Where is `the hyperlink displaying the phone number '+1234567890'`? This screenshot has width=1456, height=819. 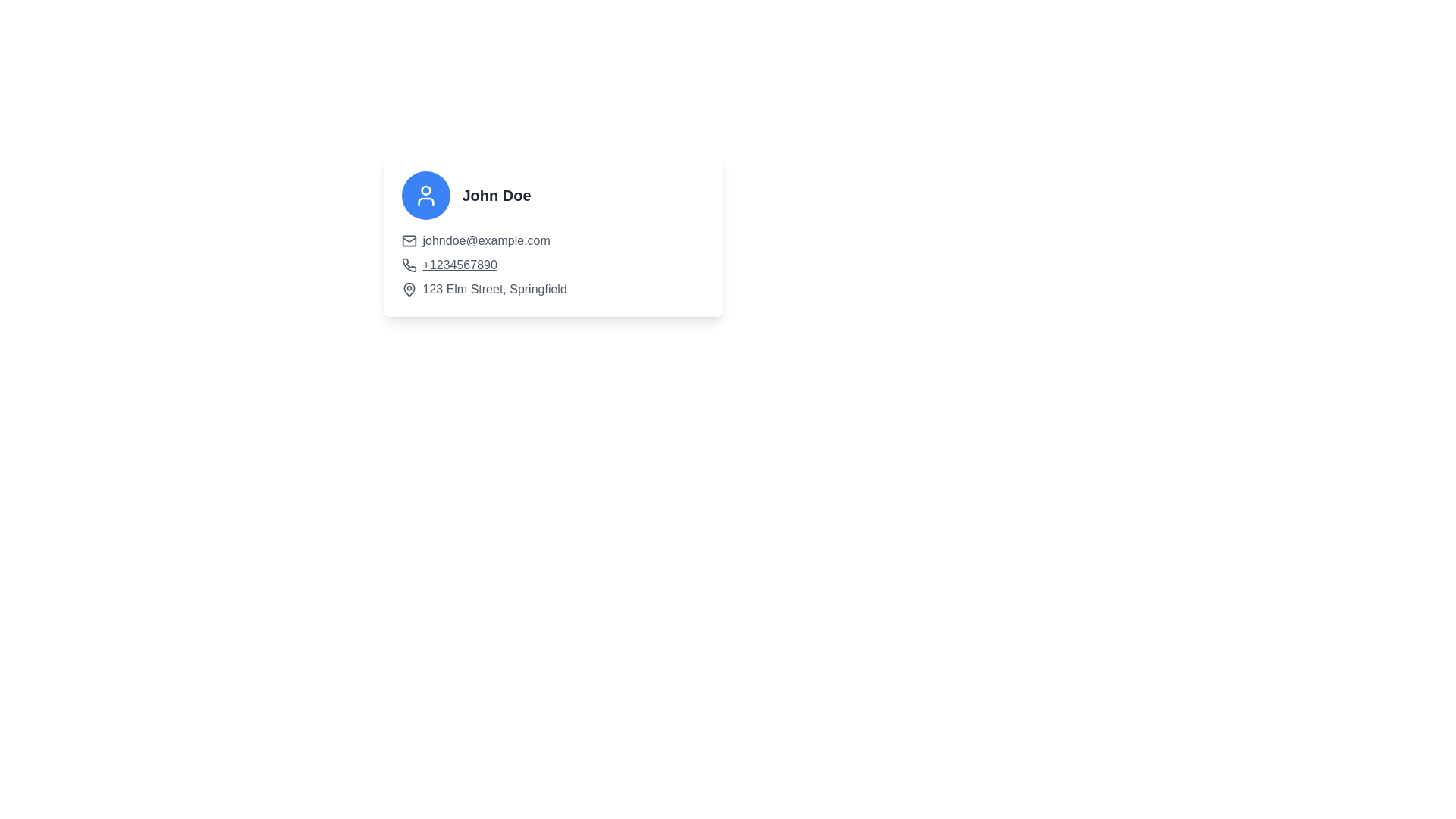 the hyperlink displaying the phone number '+1234567890' is located at coordinates (459, 265).